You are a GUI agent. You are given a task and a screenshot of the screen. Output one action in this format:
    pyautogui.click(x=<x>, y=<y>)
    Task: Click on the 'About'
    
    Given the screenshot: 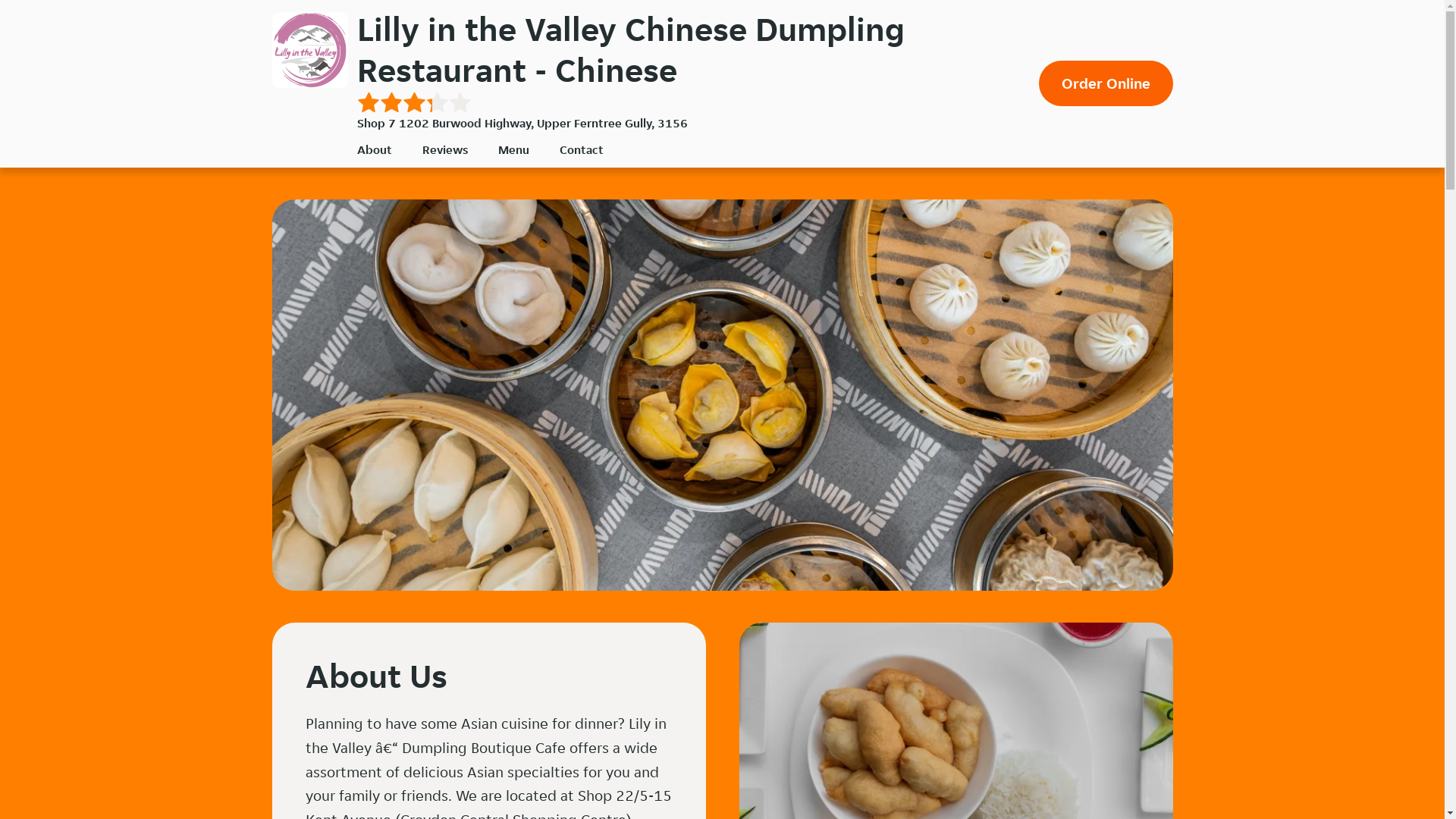 What is the action you would take?
    pyautogui.click(x=374, y=149)
    